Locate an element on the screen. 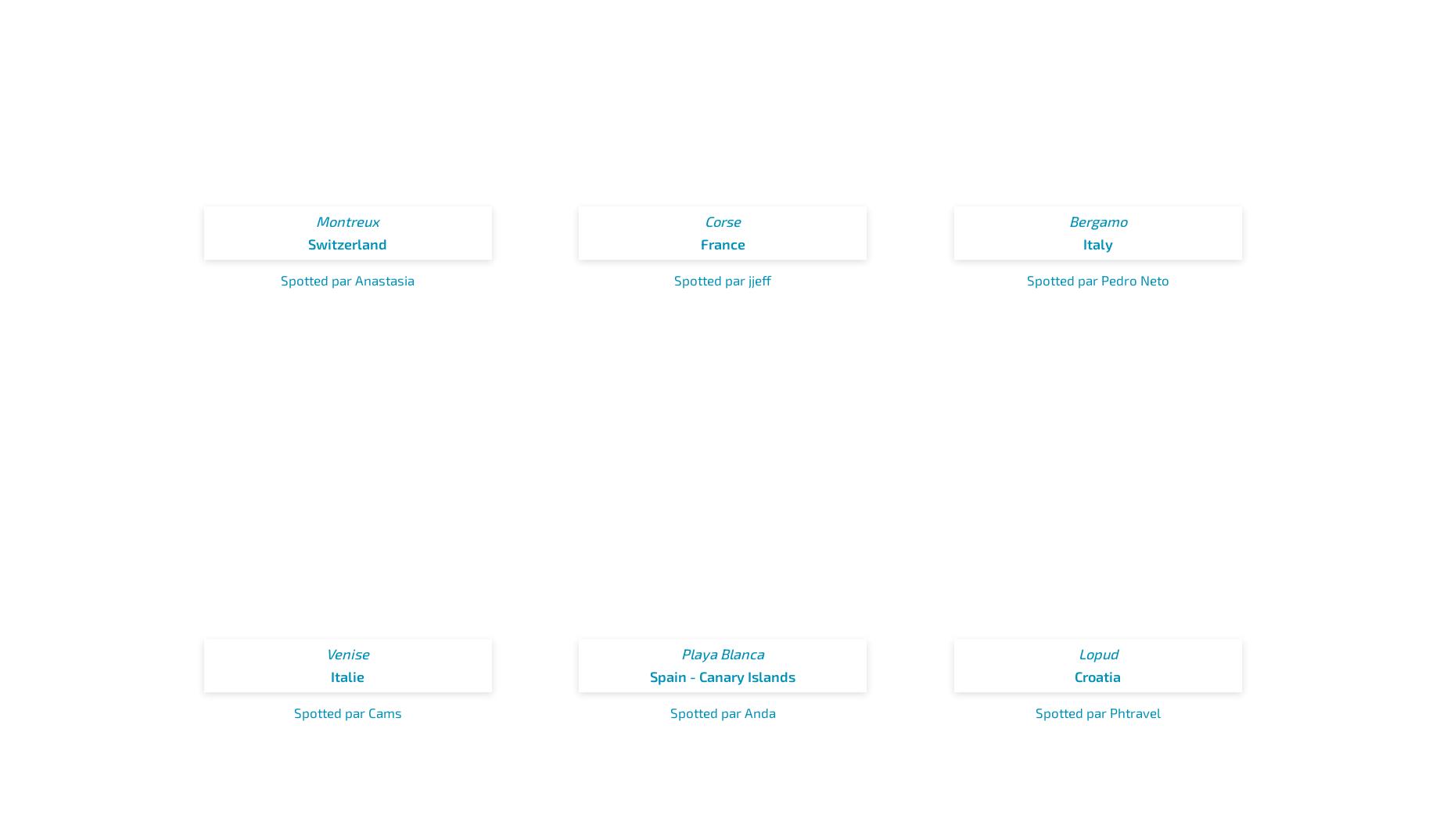 The height and width of the screenshot is (840, 1447). 'Lopud' is located at coordinates (1077, 654).